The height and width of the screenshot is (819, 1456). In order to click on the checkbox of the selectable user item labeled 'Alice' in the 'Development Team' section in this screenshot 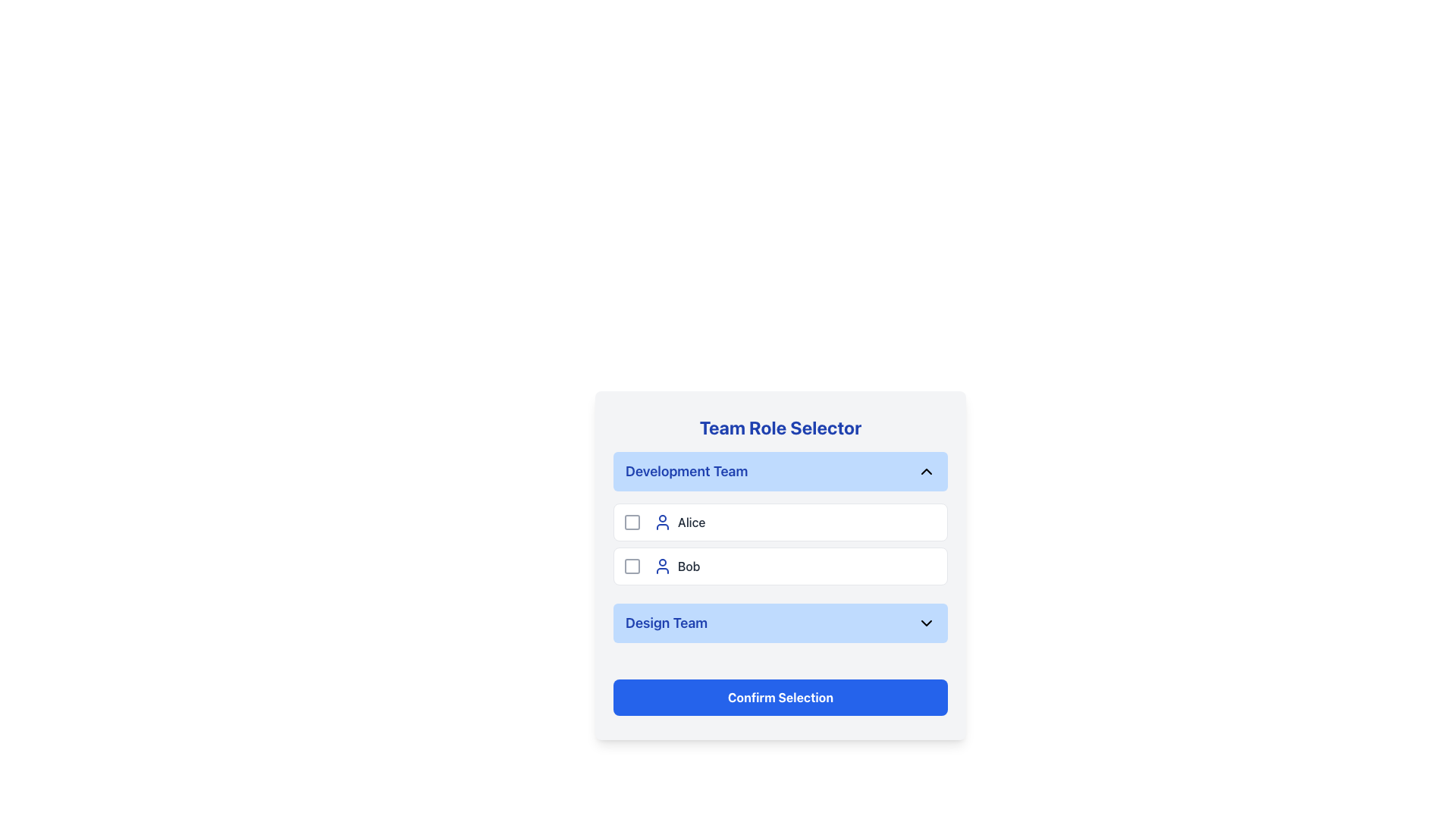, I will do `click(780, 522)`.